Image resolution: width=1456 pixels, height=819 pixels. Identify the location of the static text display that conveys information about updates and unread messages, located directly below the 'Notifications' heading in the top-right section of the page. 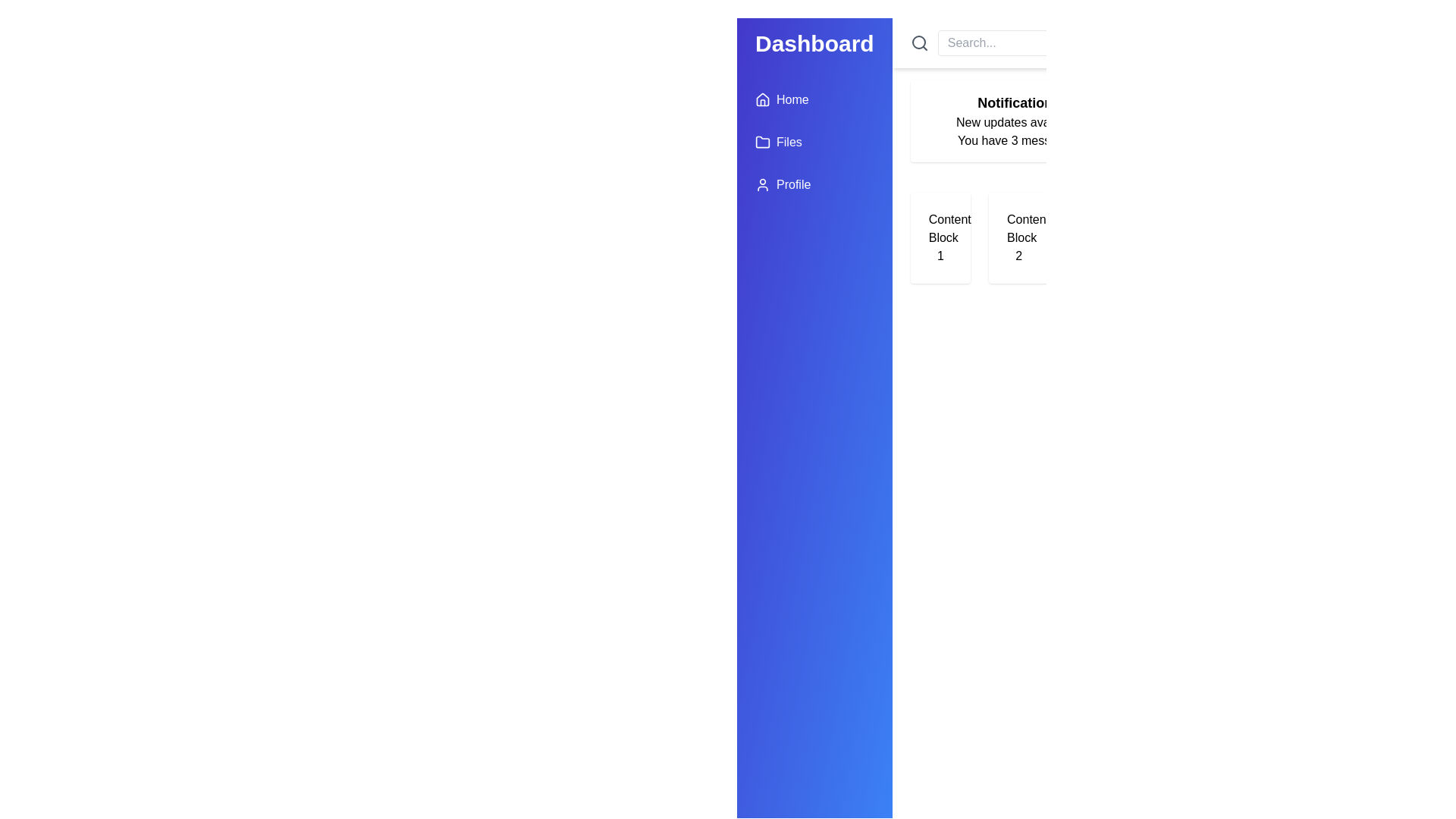
(1018, 130).